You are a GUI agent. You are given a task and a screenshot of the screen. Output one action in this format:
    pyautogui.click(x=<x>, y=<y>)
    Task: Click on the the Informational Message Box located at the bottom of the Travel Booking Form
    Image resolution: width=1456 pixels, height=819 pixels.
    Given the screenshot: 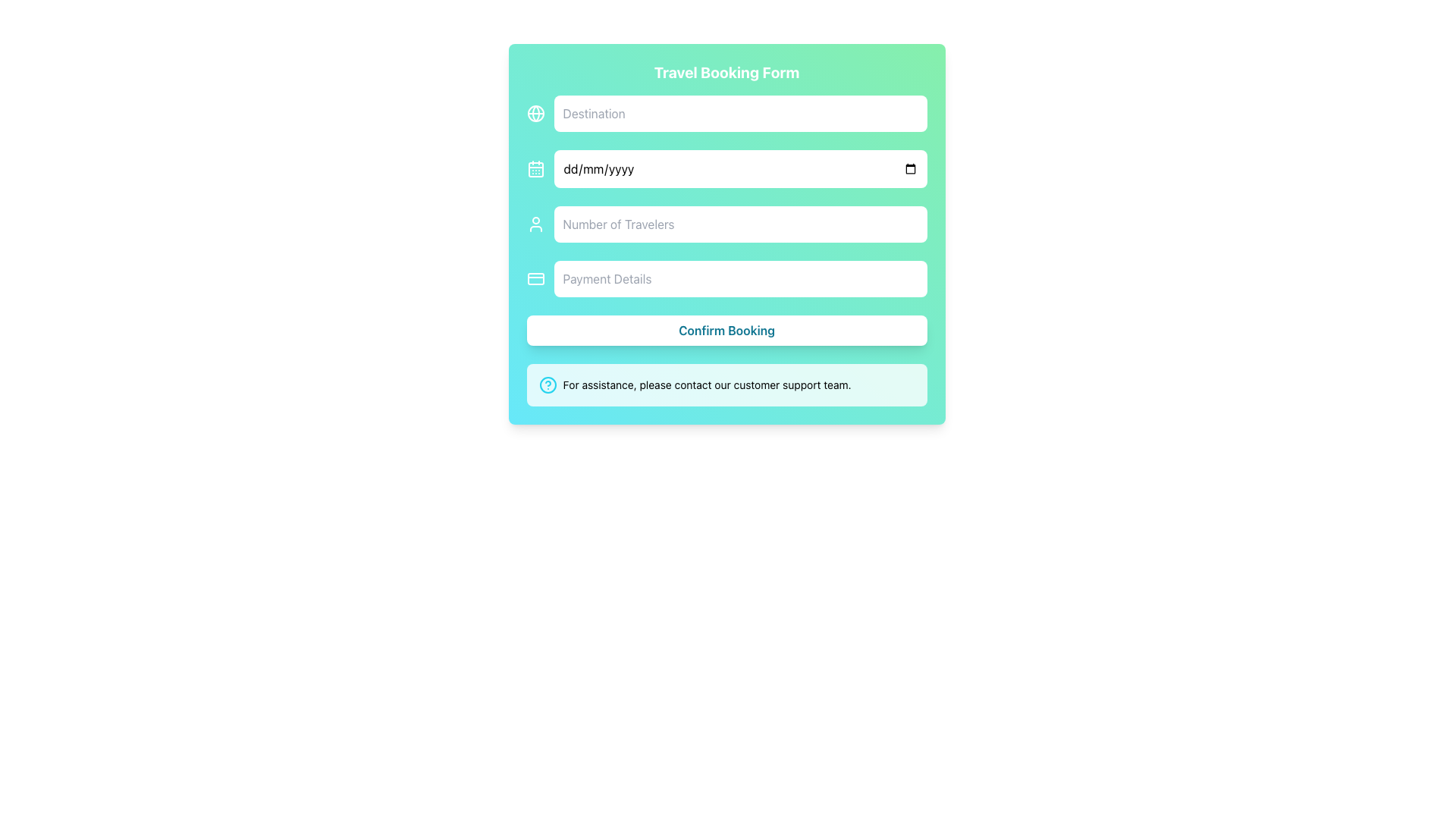 What is the action you would take?
    pyautogui.click(x=726, y=384)
    